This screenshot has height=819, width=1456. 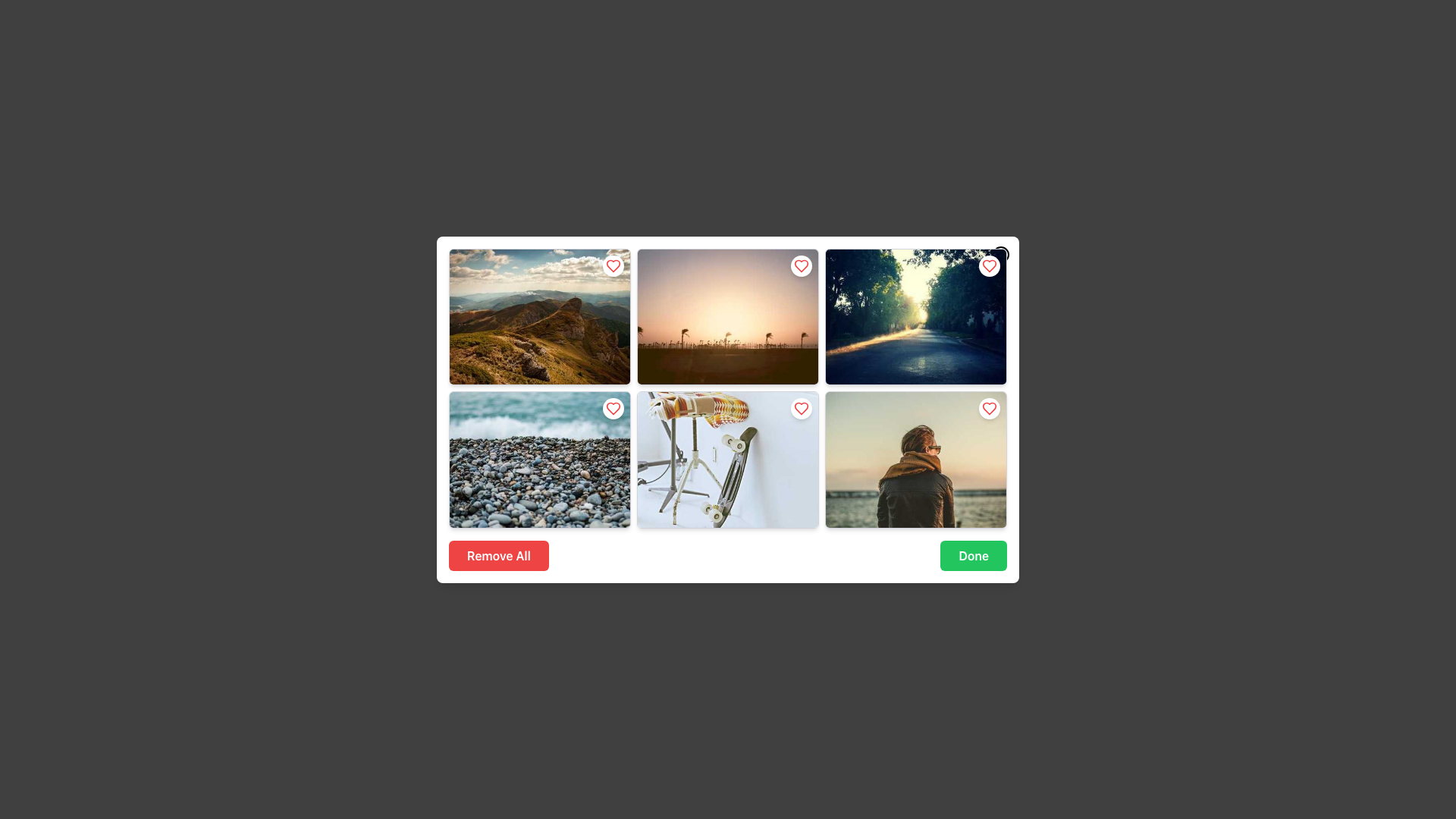 I want to click on the 'like' or 'favorite' toggle button located at the top-right corner of the bottom-right image card, so click(x=990, y=408).